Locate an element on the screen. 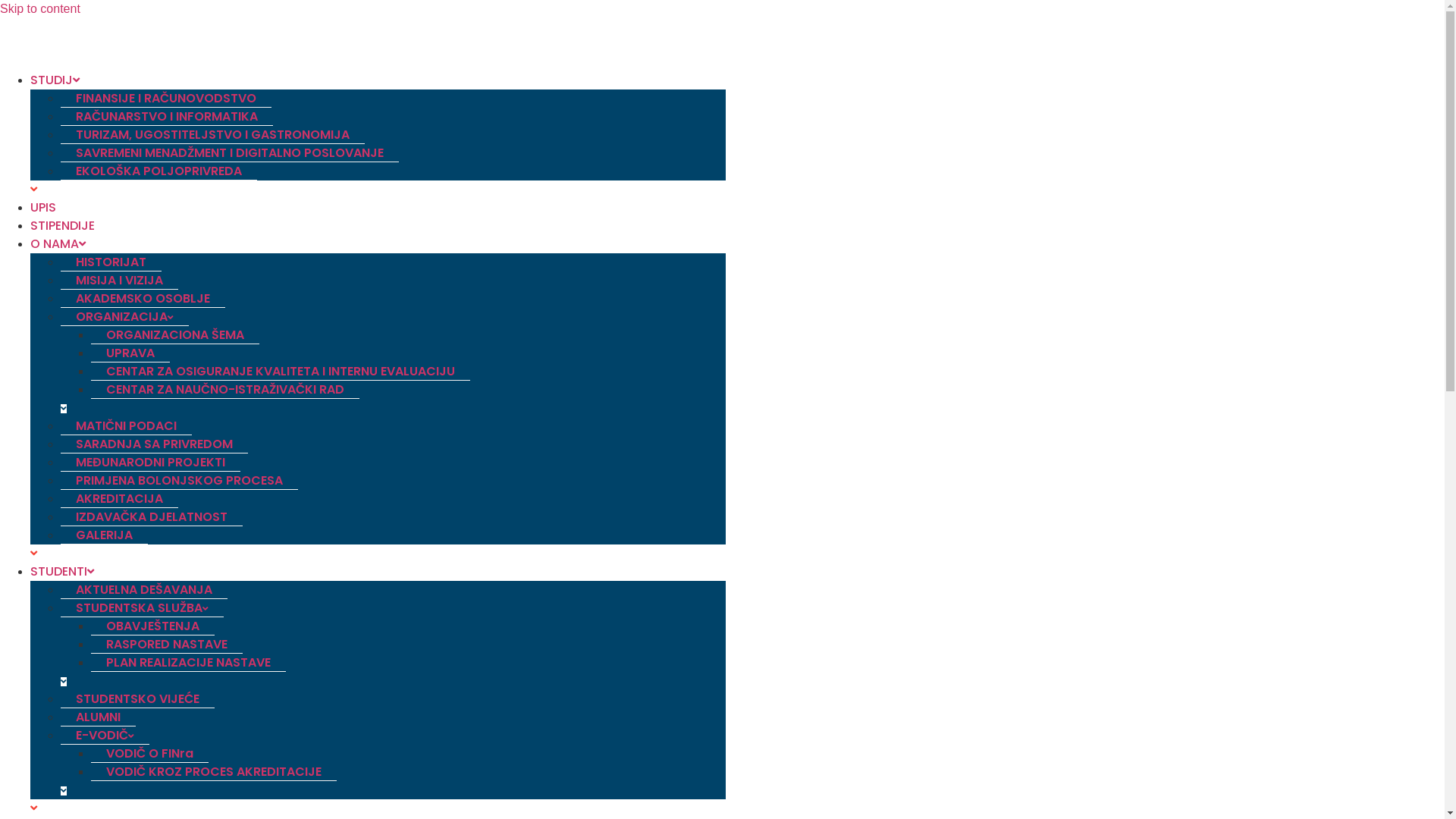  'HISTORIJAT' is located at coordinates (110, 262).